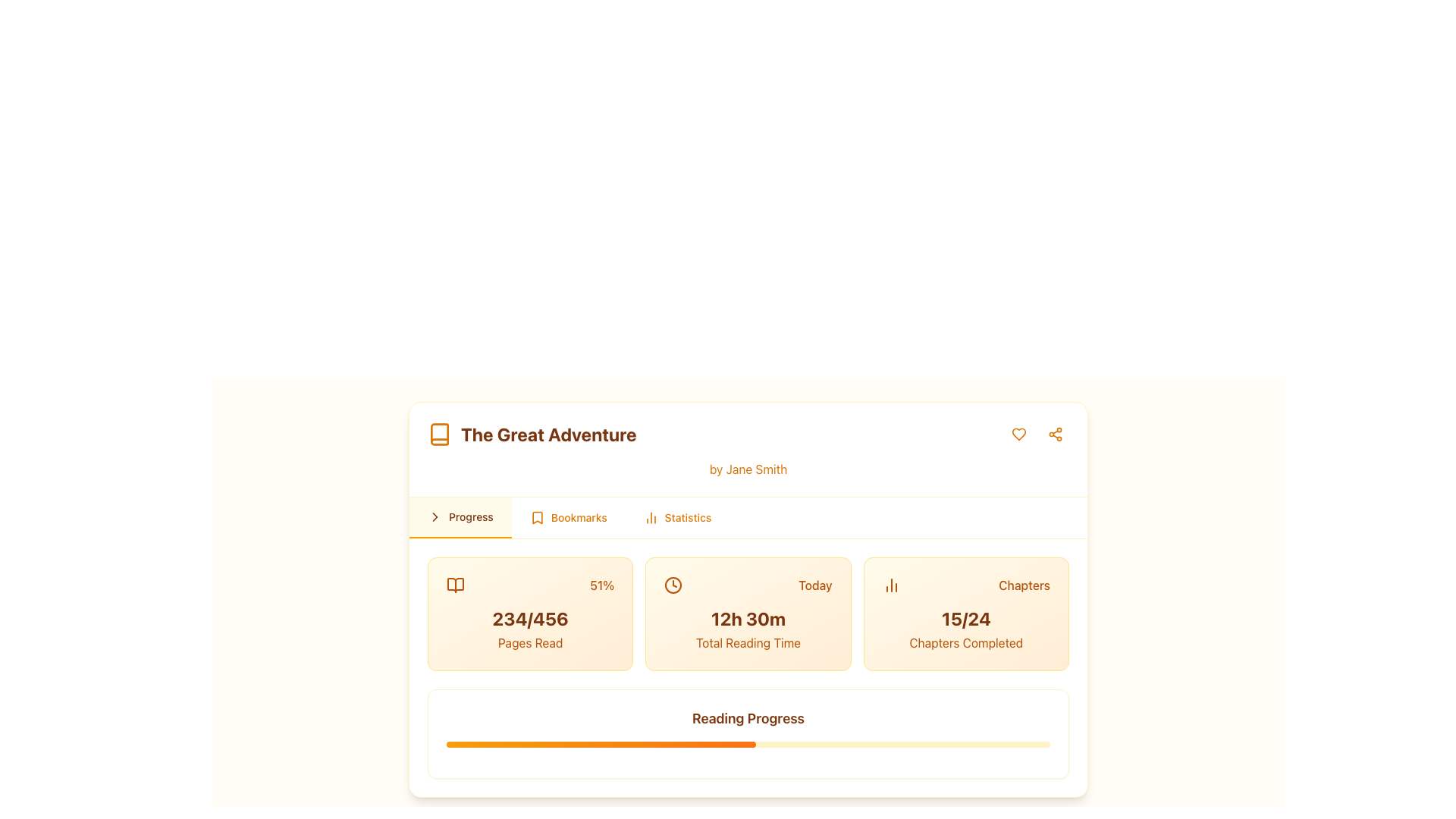  Describe the element at coordinates (1055, 435) in the screenshot. I see `the share icon located in the top-right corner of the card interface, which is an orange-colored icon with circles and lines, positioned next to a heart-shaped icon` at that location.